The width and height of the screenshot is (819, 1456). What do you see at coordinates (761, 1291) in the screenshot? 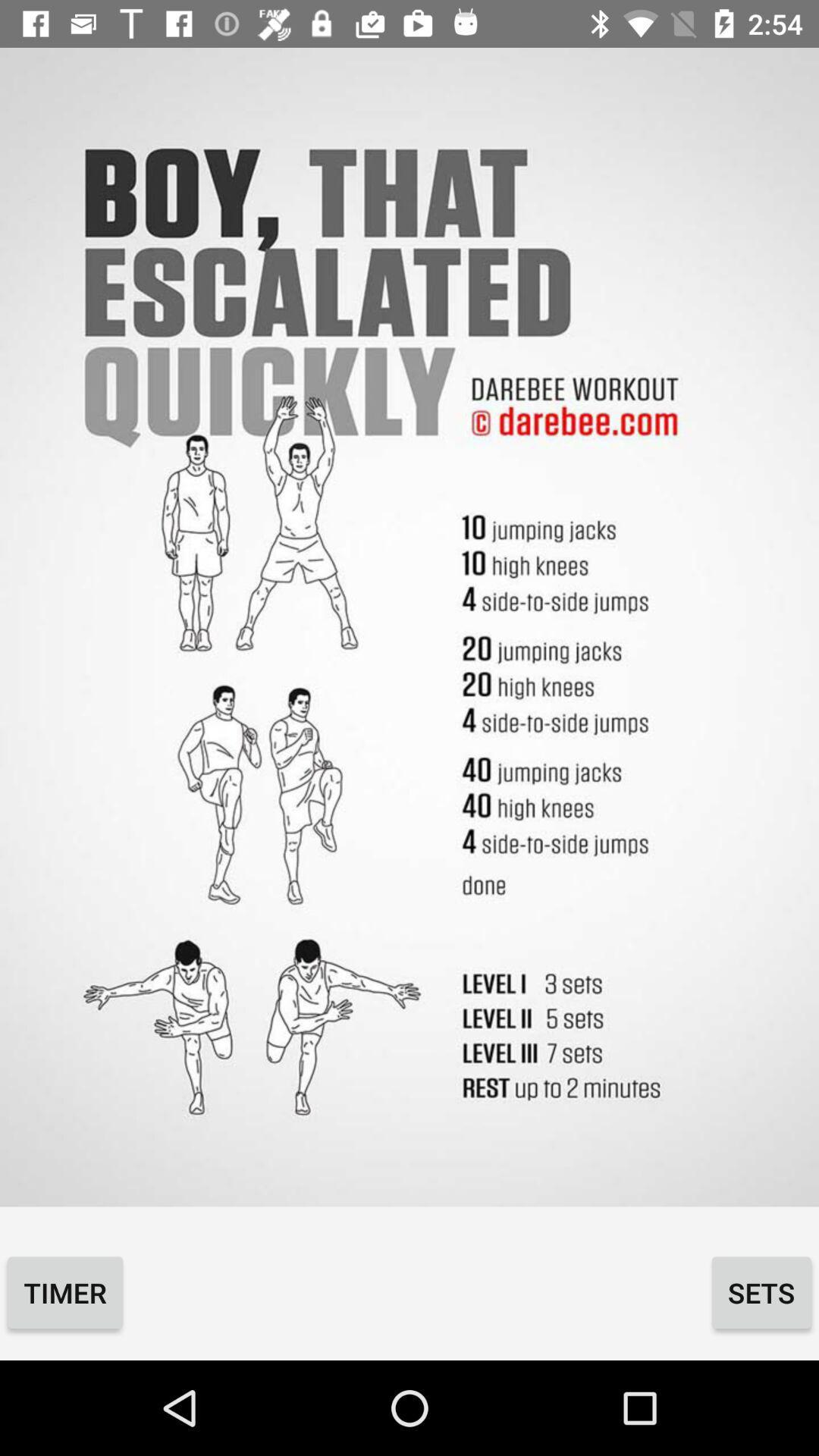
I see `the icon next to timer` at bounding box center [761, 1291].